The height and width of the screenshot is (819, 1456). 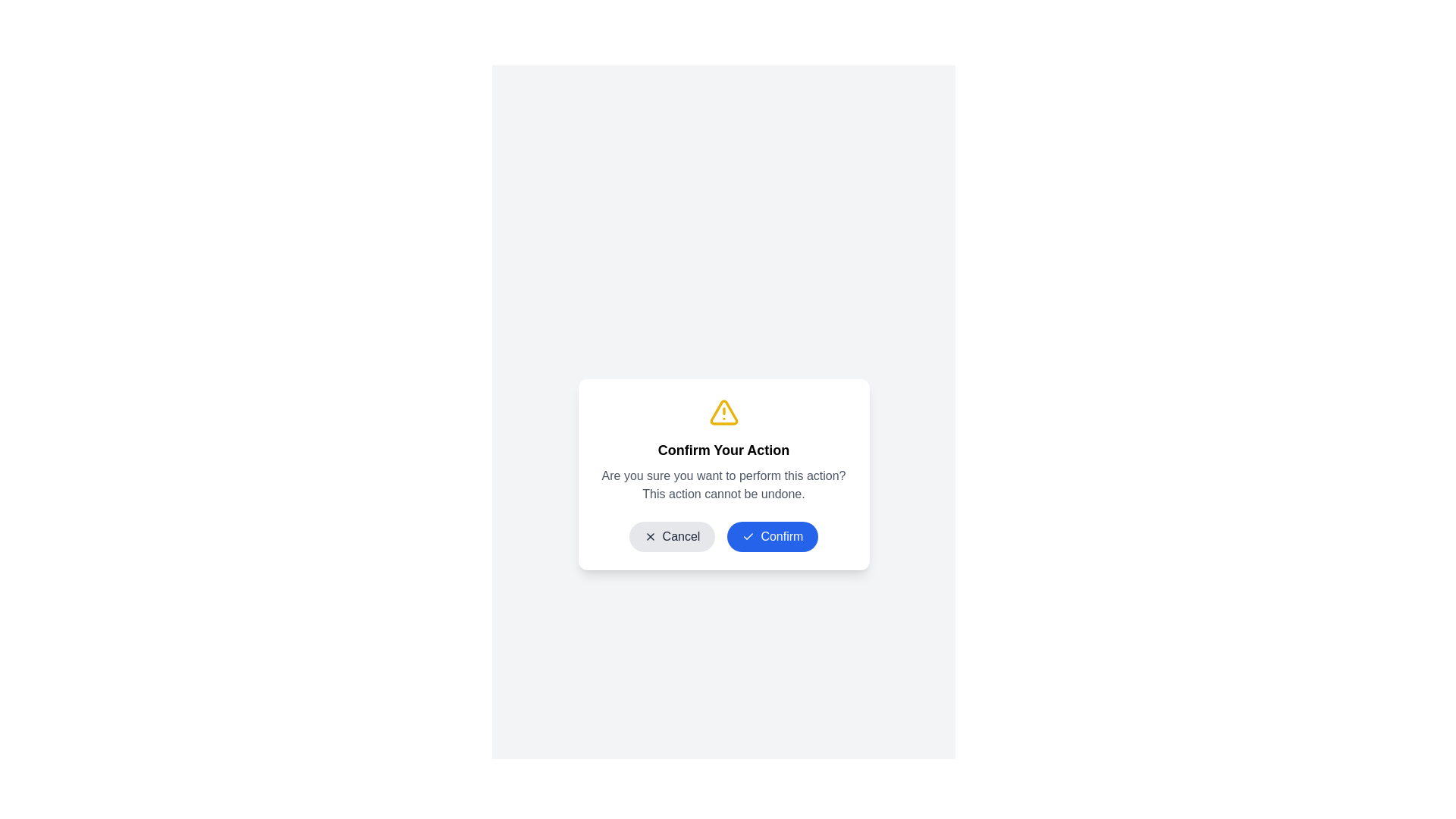 I want to click on the 'Cancel' button with rounded edges, light gray background, and black text, located within the confirmation dialog box, to observe a color change, so click(x=671, y=536).